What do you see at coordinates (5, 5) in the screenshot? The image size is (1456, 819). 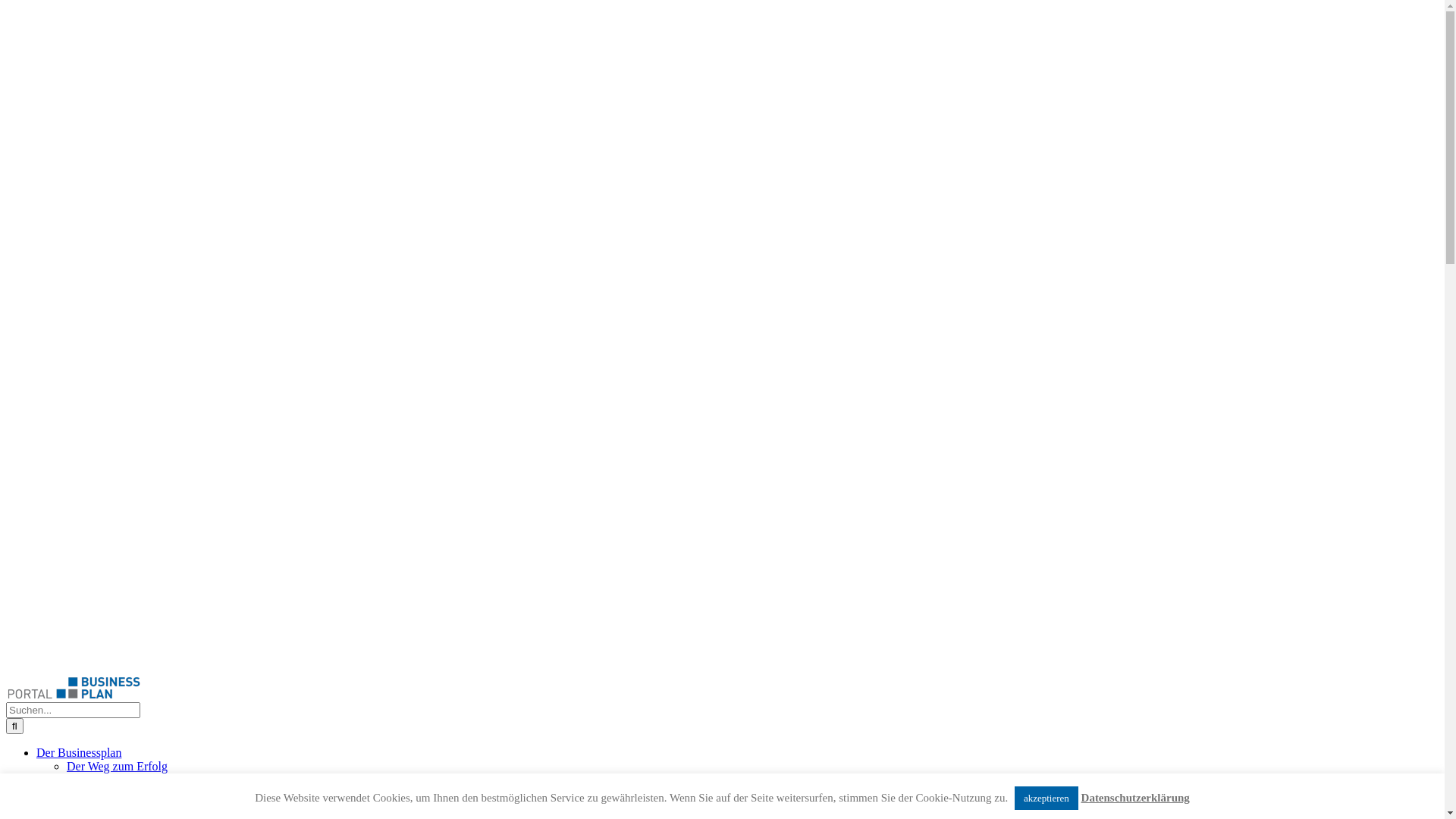 I see `'Zum Inhalt springen'` at bounding box center [5, 5].